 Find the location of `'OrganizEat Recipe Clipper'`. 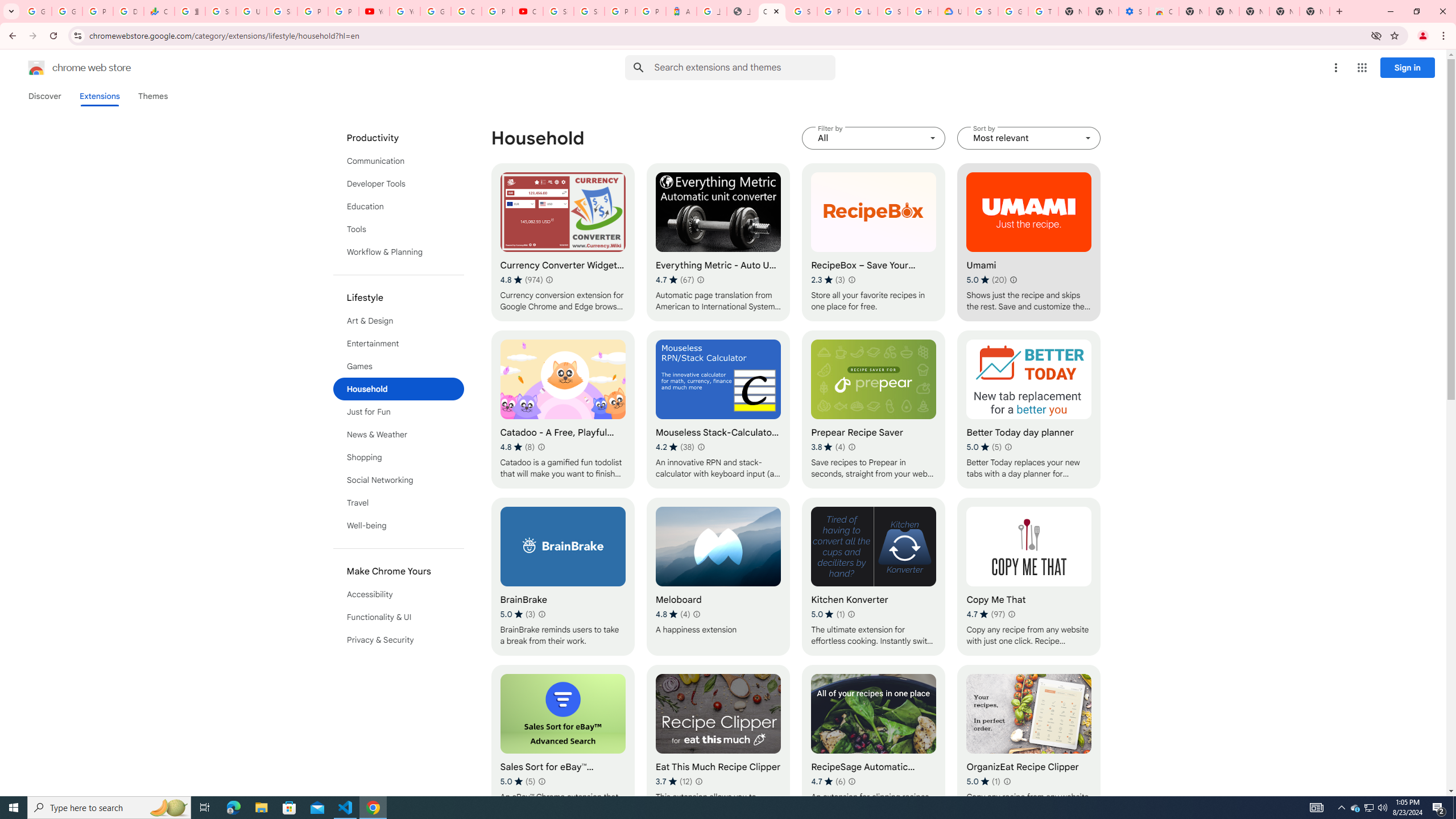

'OrganizEat Recipe Clipper' is located at coordinates (1028, 743).